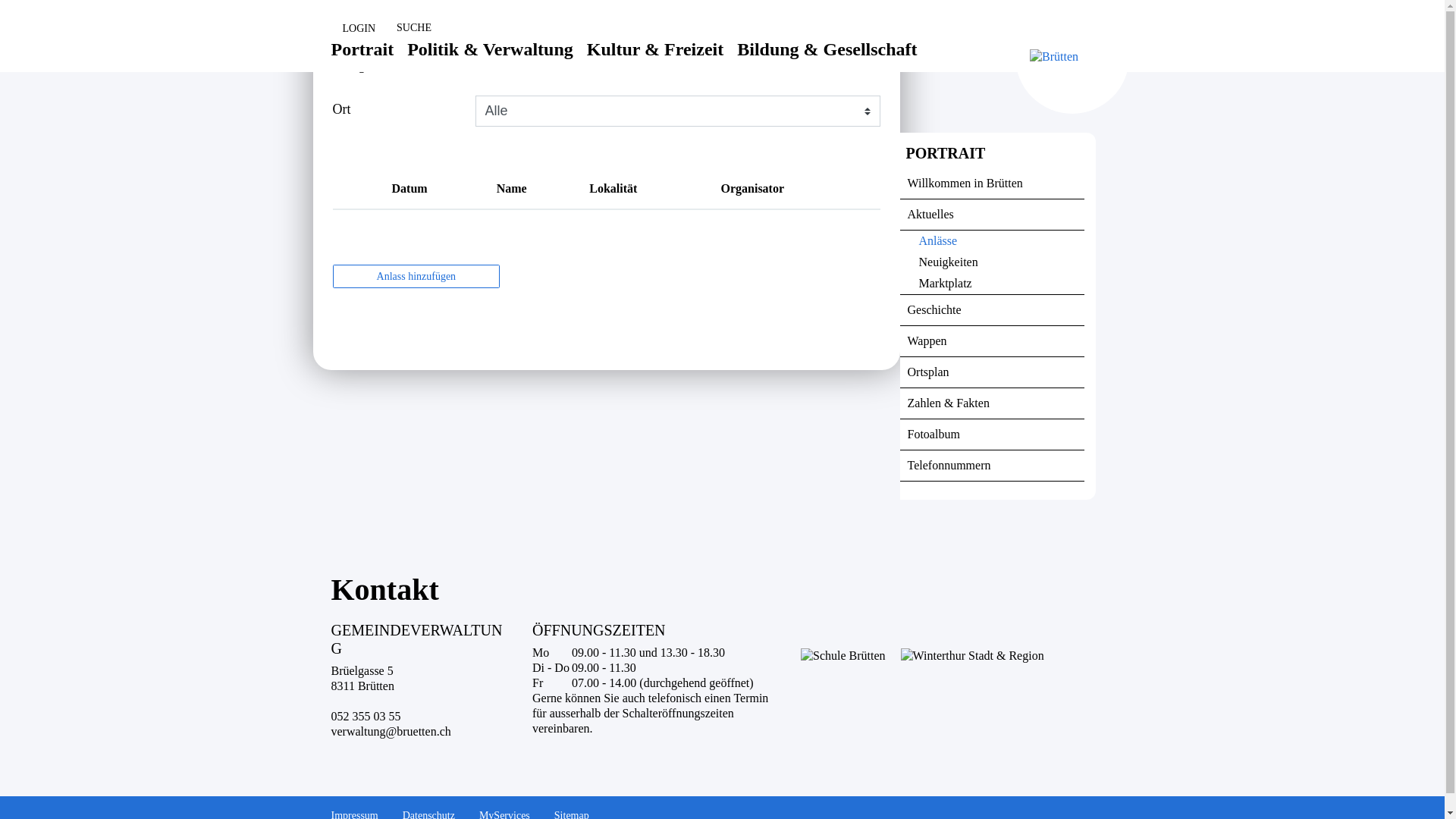 The image size is (1456, 819). What do you see at coordinates (585, 61) in the screenshot?
I see `'Kultur & Freizeit'` at bounding box center [585, 61].